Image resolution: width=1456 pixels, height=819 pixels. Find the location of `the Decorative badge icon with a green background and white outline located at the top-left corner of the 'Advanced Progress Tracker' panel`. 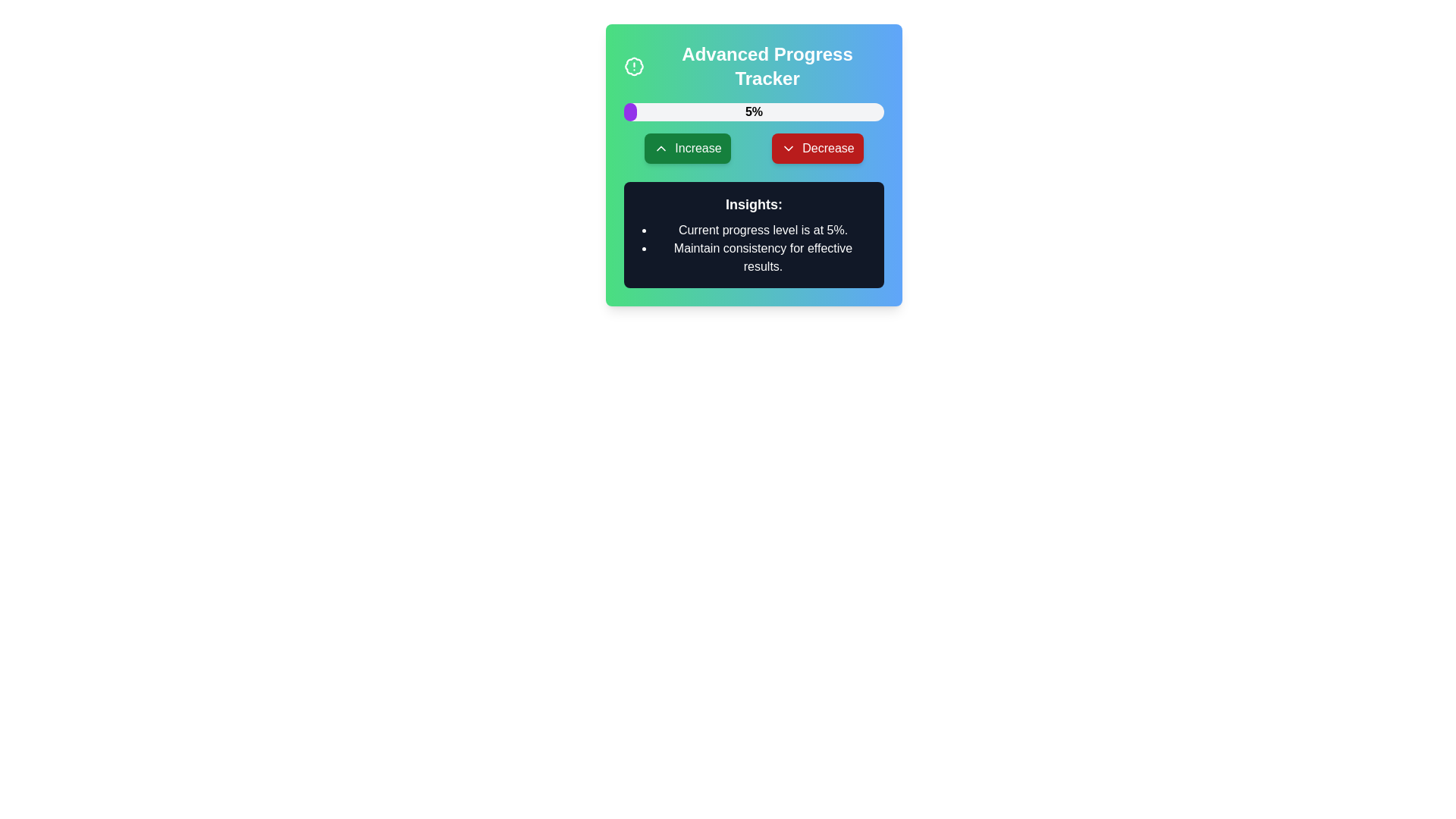

the Decorative badge icon with a green background and white outline located at the top-left corner of the 'Advanced Progress Tracker' panel is located at coordinates (634, 66).